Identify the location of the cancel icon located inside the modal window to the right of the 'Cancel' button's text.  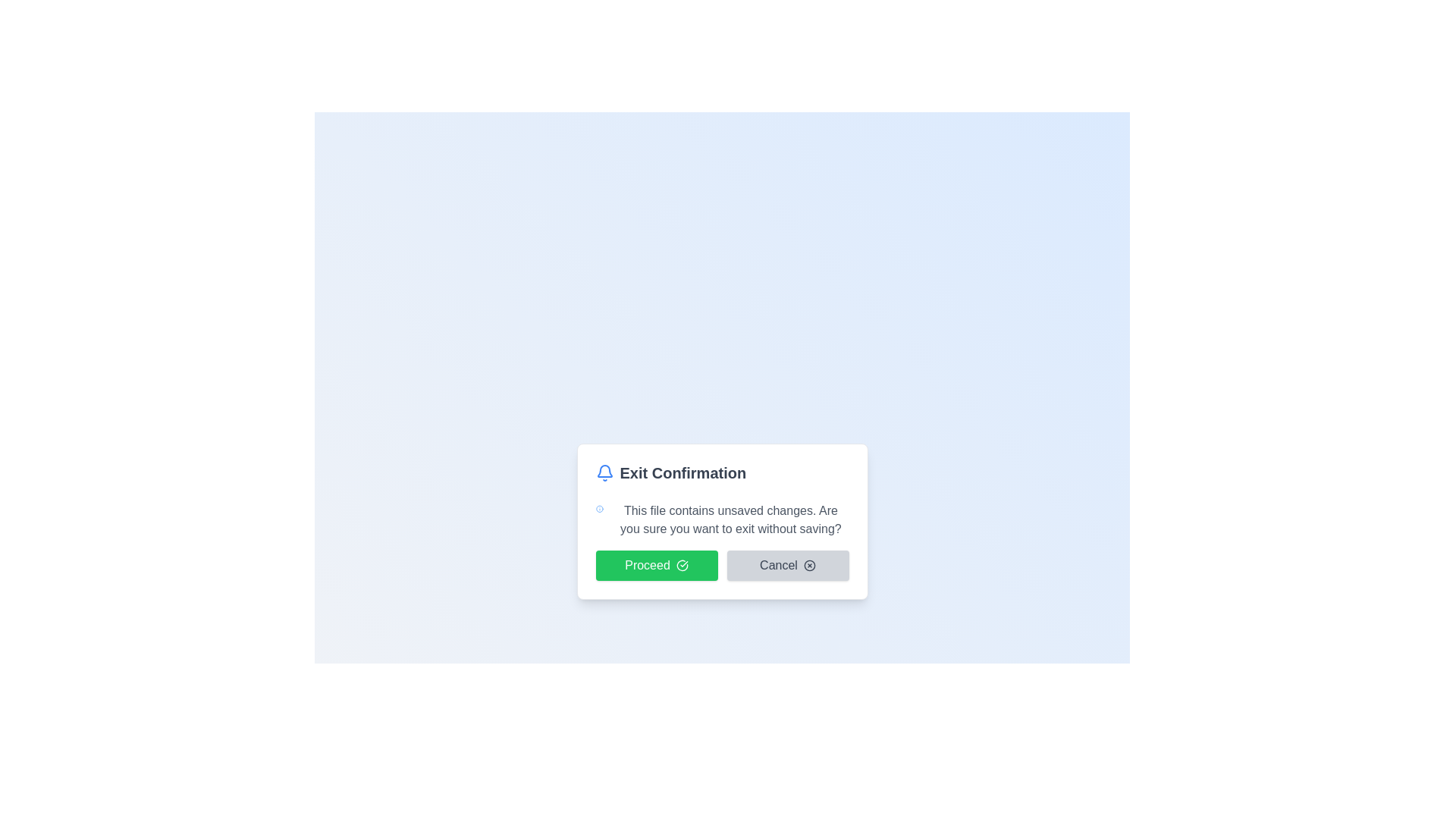
(808, 565).